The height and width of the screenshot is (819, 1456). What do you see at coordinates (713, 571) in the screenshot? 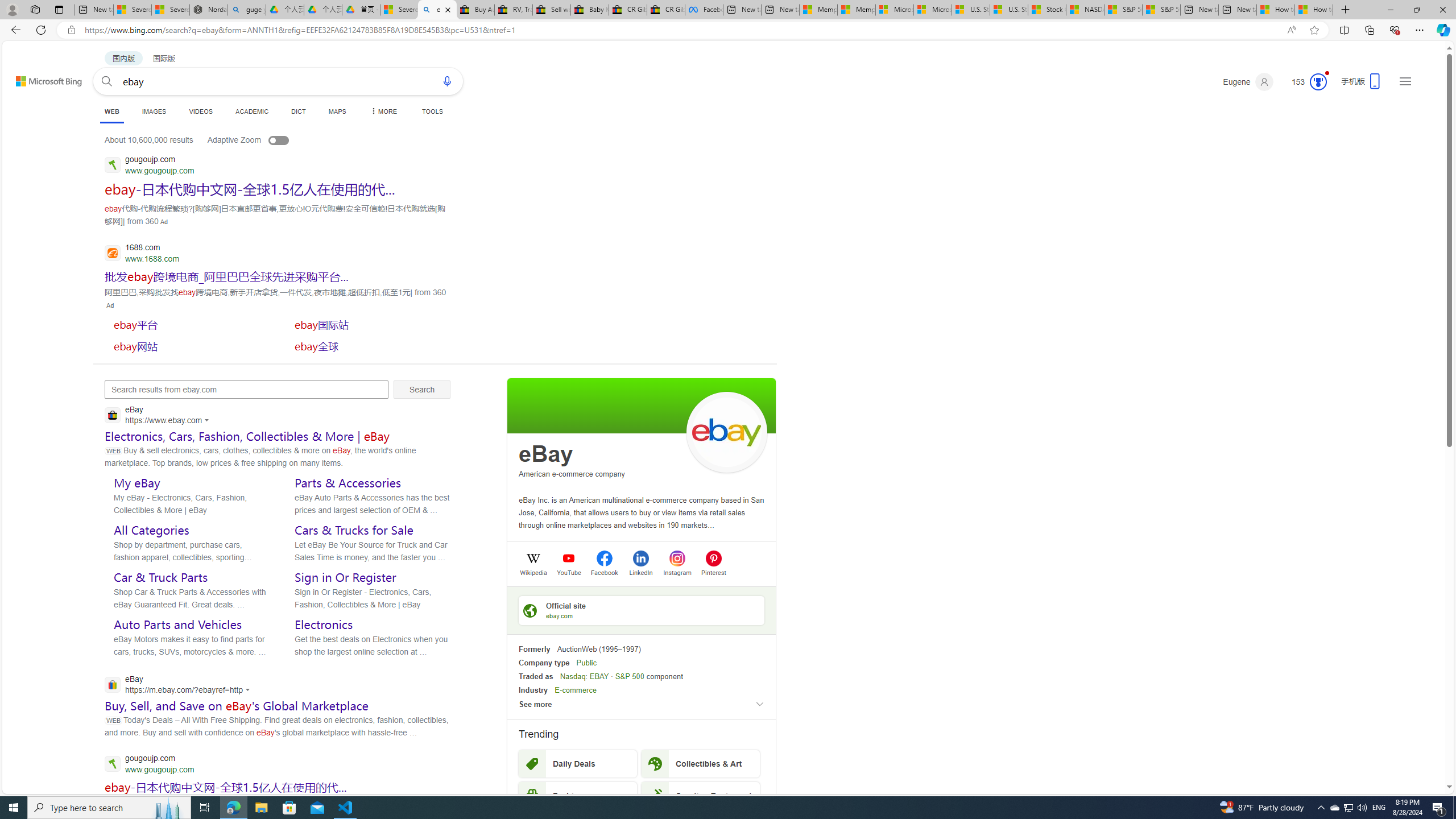
I see `'Pinterest'` at bounding box center [713, 571].